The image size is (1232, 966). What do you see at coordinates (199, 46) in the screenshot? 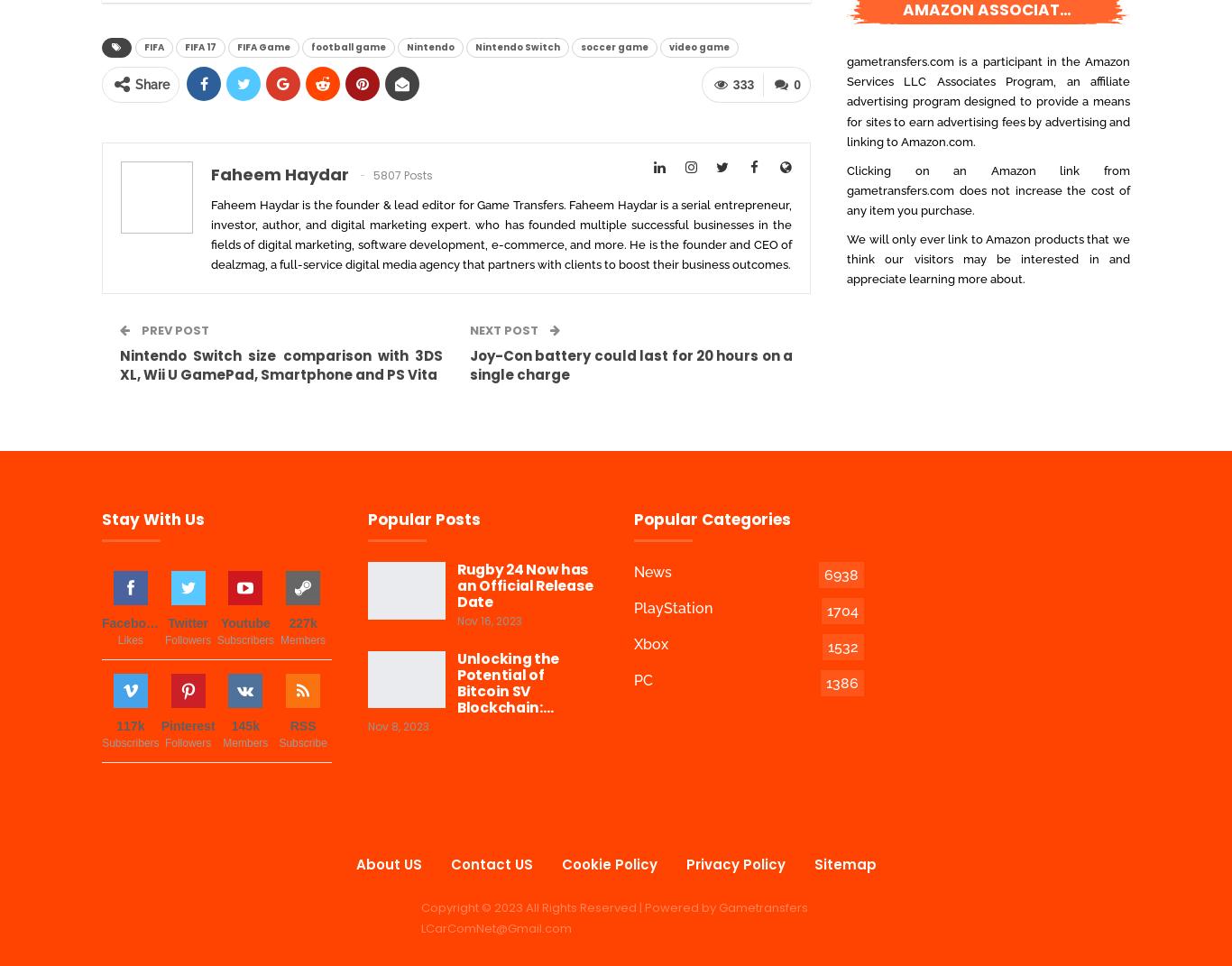
I see `'FIFA 17'` at bounding box center [199, 46].